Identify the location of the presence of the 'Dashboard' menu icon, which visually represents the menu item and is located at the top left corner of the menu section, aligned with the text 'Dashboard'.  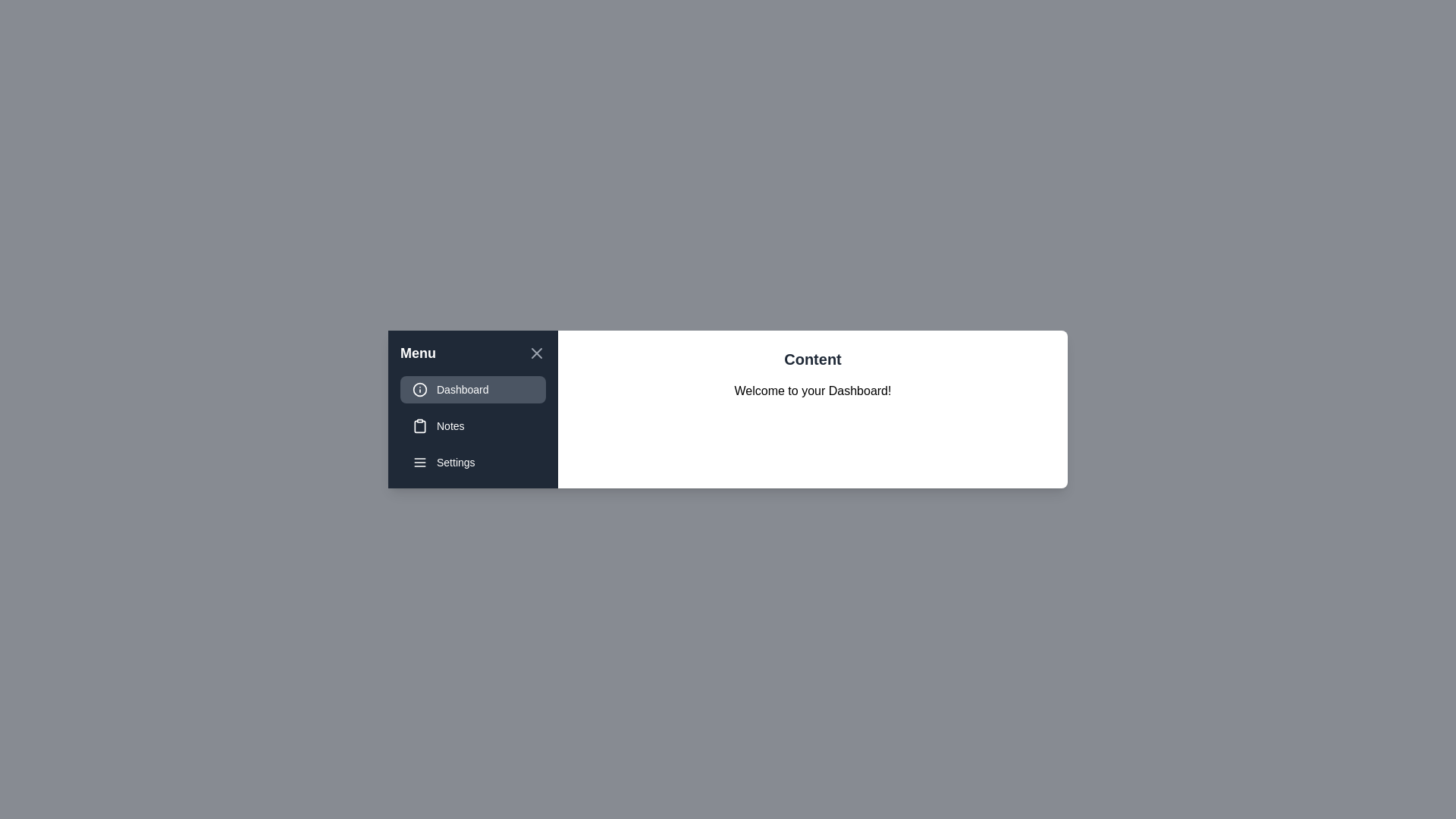
(419, 388).